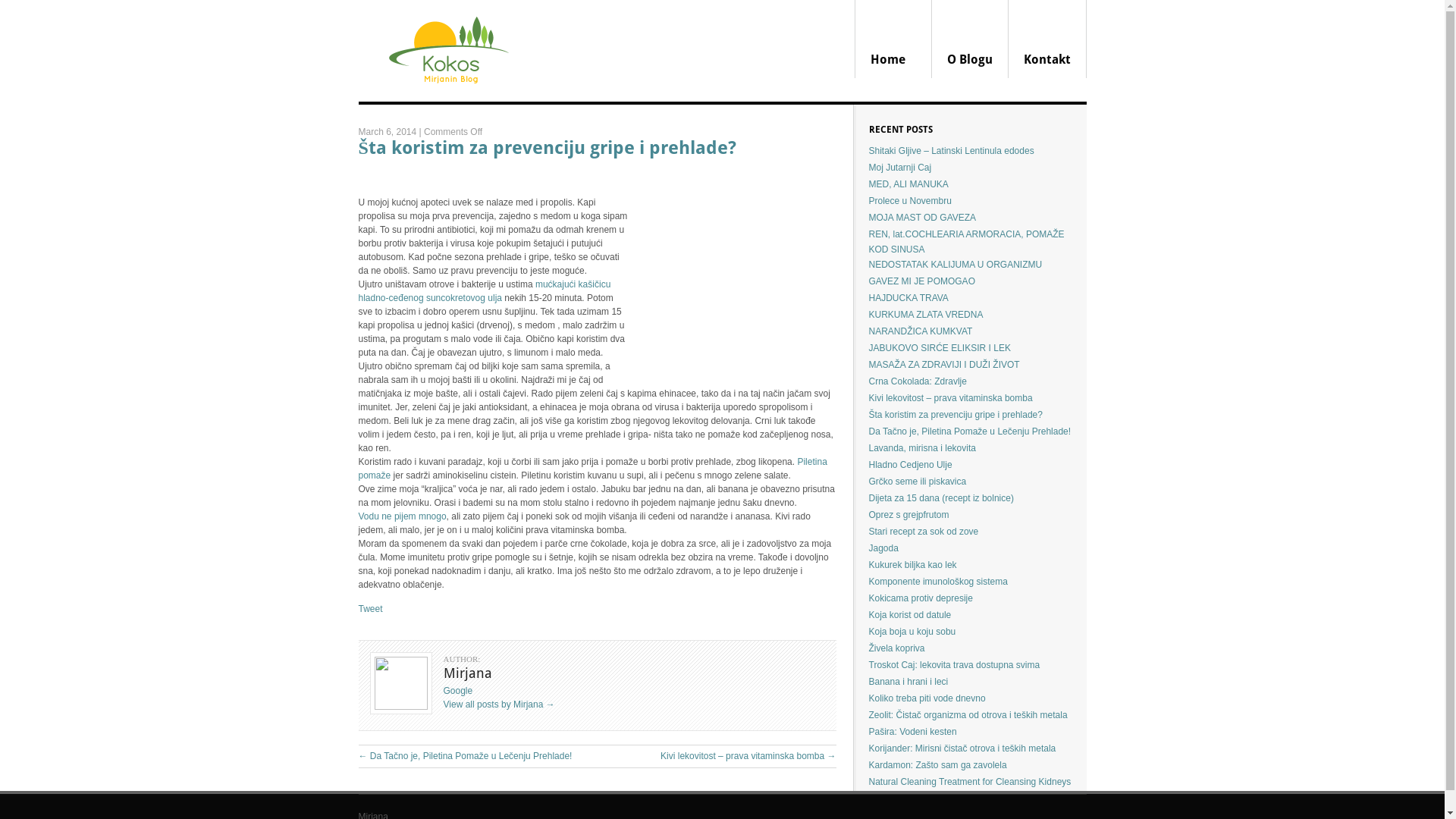 The width and height of the screenshot is (1456, 819). I want to click on 'Dijeta za 15 dana (recept iz bolnice)', so click(869, 497).